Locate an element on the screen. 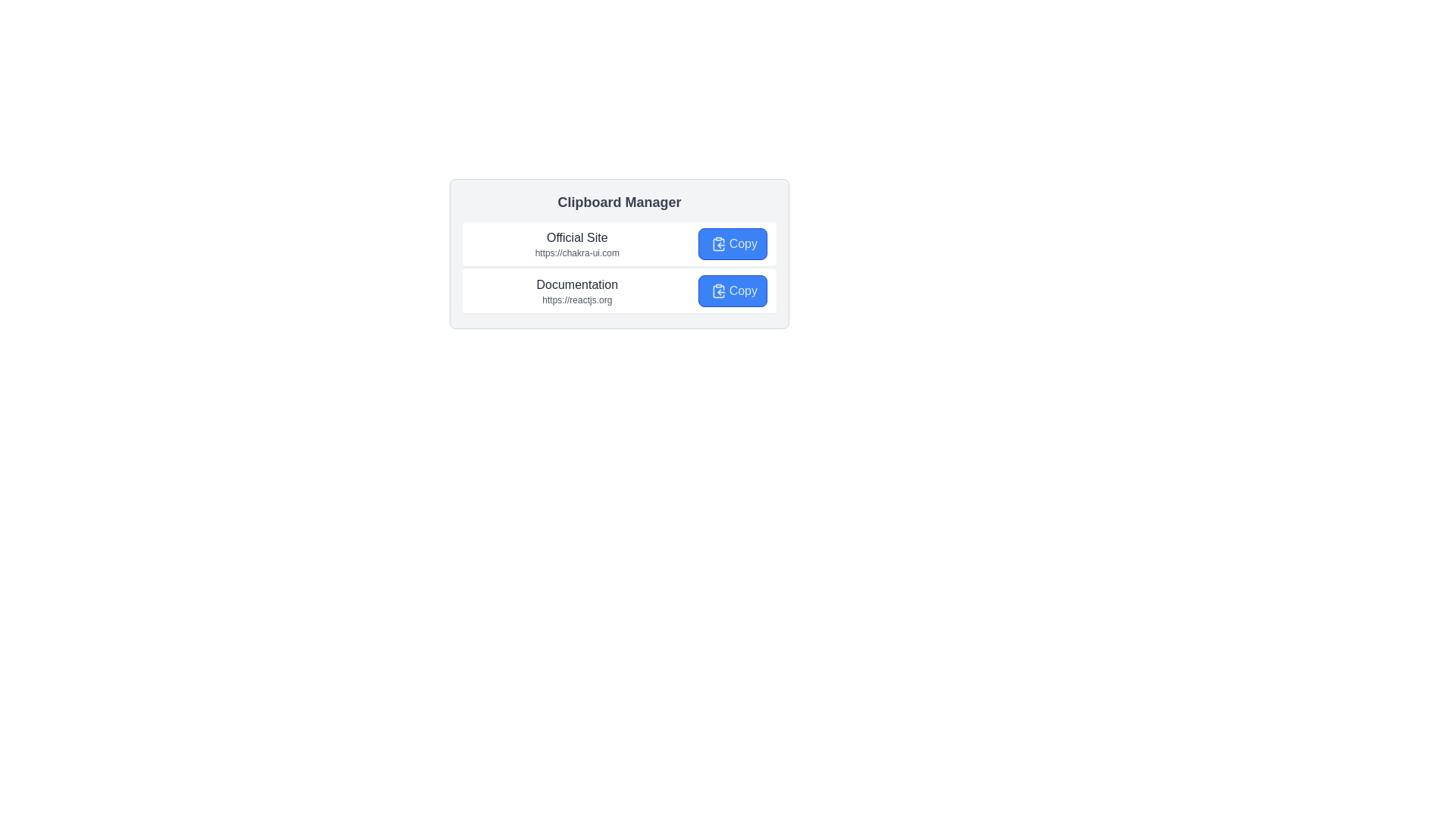 The height and width of the screenshot is (819, 1456). the 'Copy' button with rounded edges, blue background, and white text in the 'Clipboard Manager' interface is located at coordinates (733, 243).